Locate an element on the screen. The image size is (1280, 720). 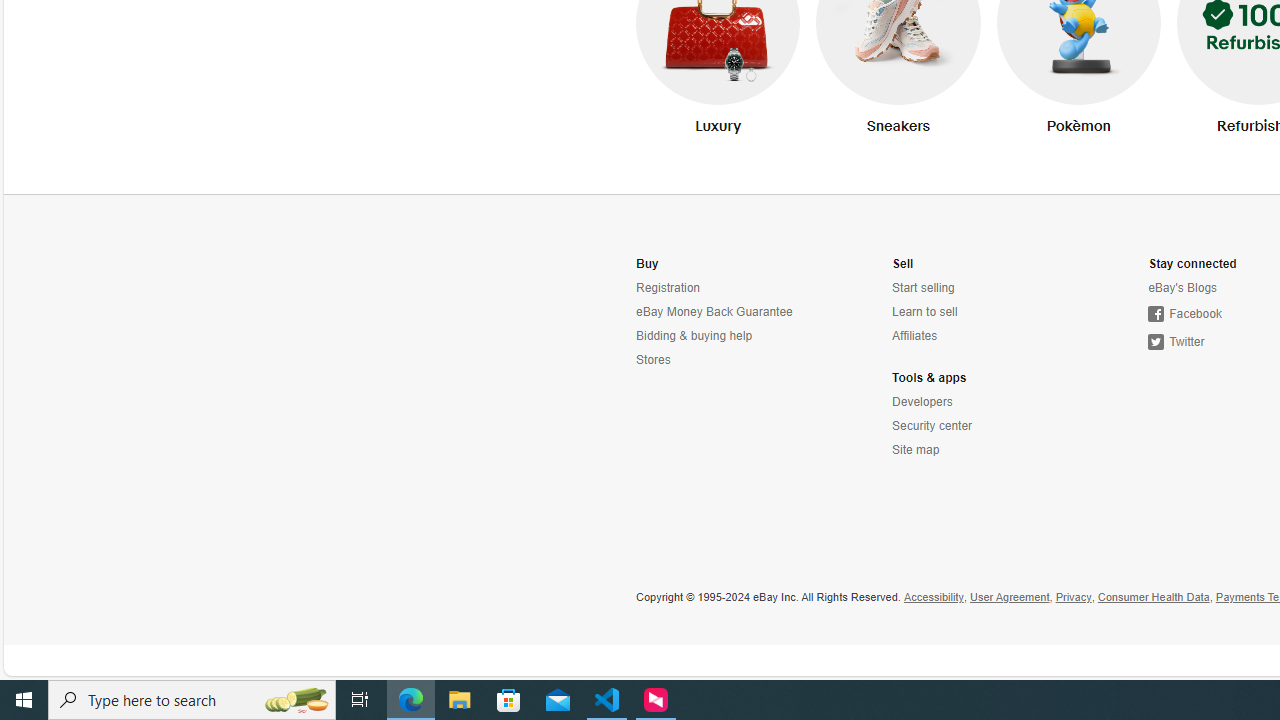
'Security center' is located at coordinates (981, 425).